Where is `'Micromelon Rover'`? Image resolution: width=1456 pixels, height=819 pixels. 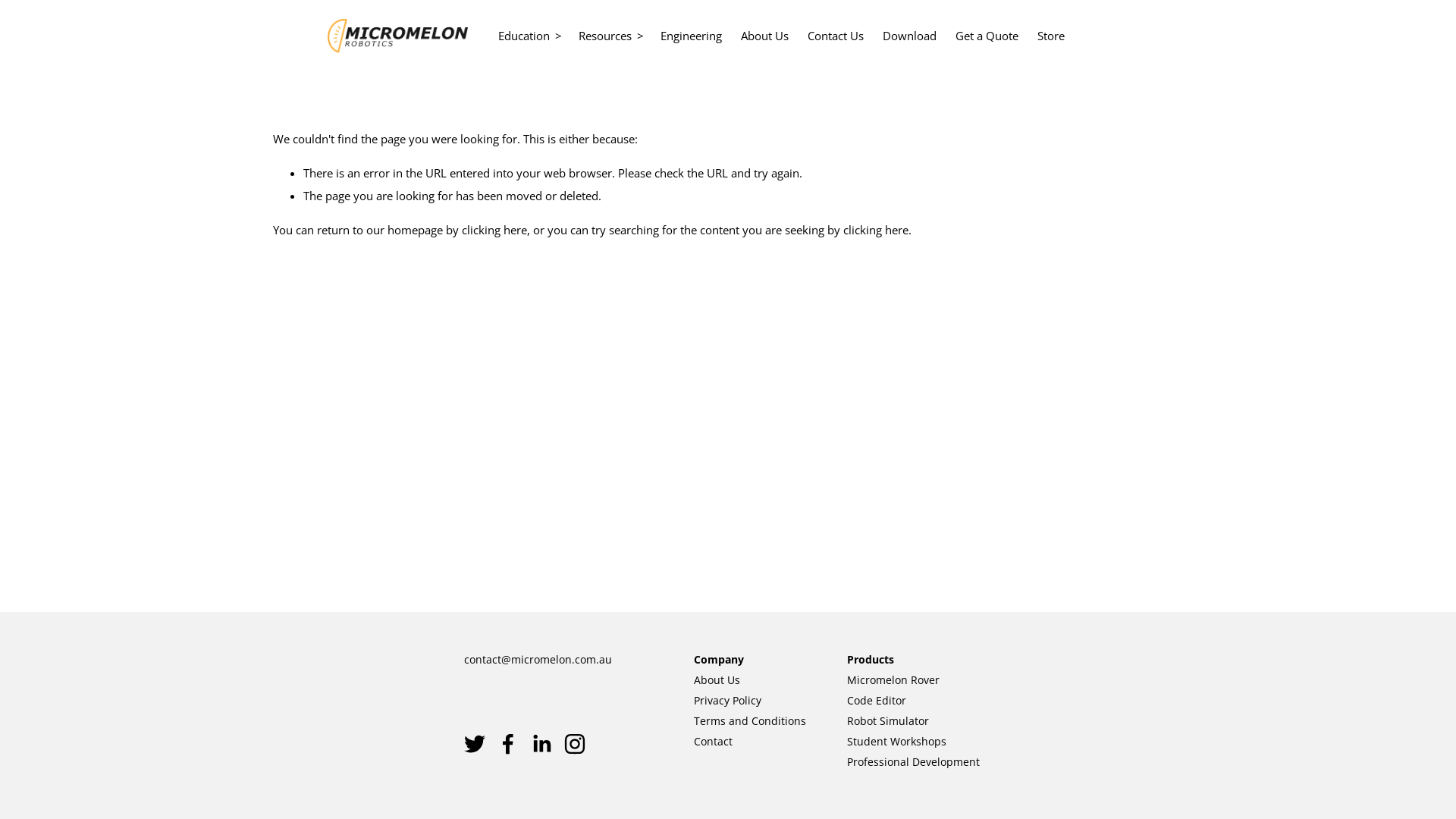
'Micromelon Rover' is located at coordinates (846, 679).